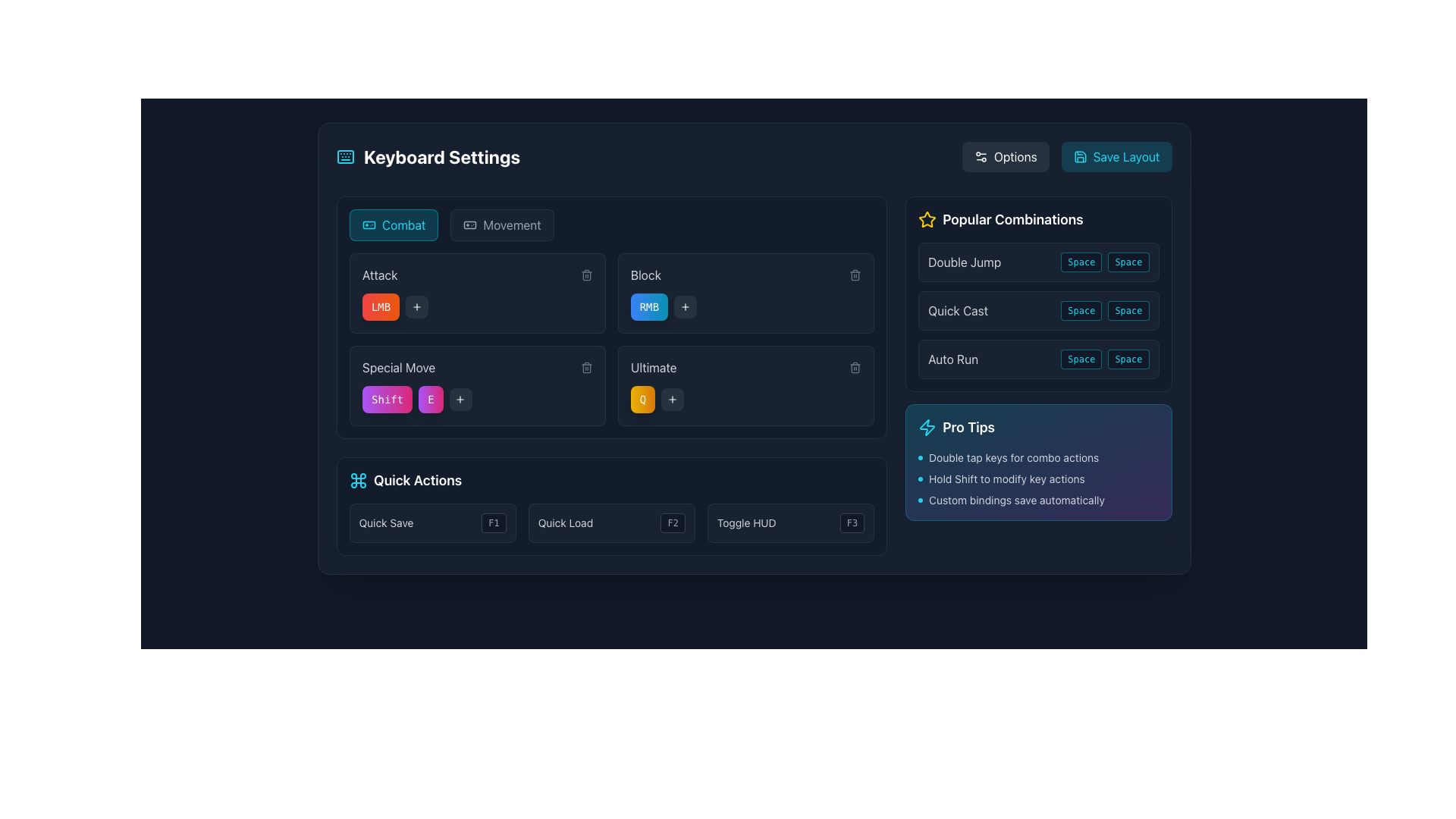 This screenshot has height=819, width=1456. Describe the element at coordinates (645, 275) in the screenshot. I see `the text label that describes the associated input for the 'Combat' section in 'Keyboard Settings', located to the right of the 'Attack' label` at that location.